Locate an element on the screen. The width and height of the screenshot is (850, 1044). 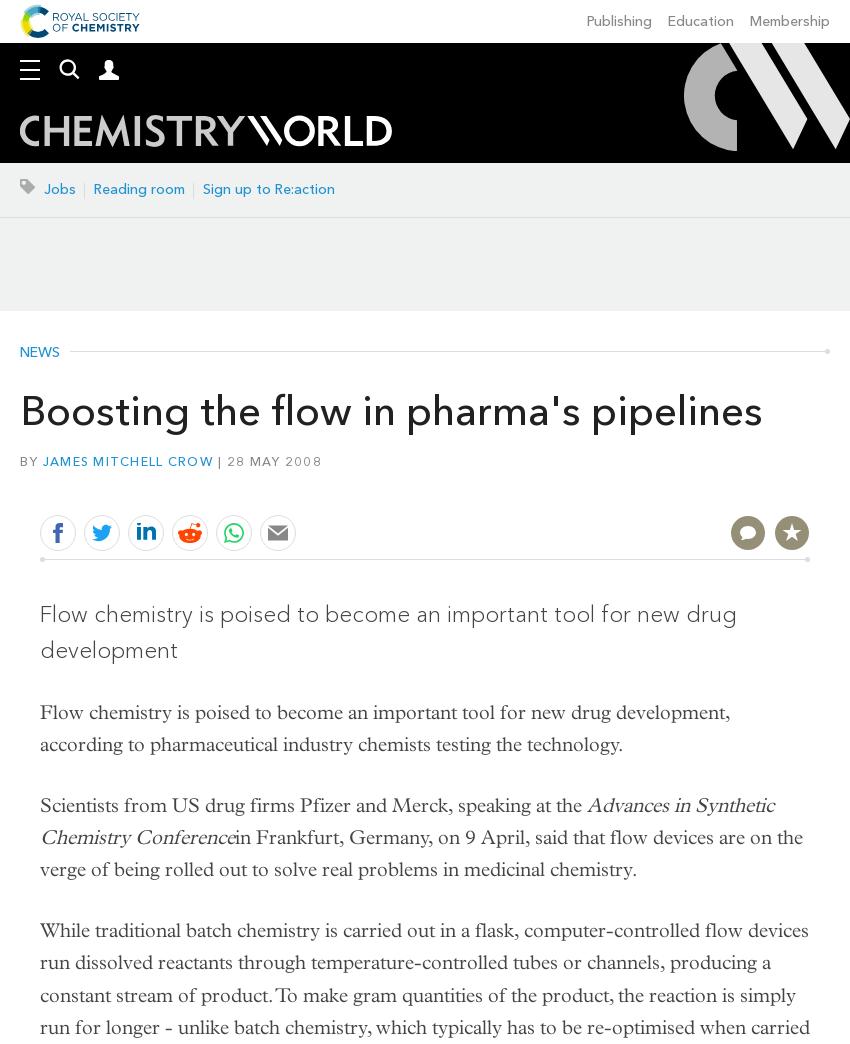
'Education' is located at coordinates (699, 19).